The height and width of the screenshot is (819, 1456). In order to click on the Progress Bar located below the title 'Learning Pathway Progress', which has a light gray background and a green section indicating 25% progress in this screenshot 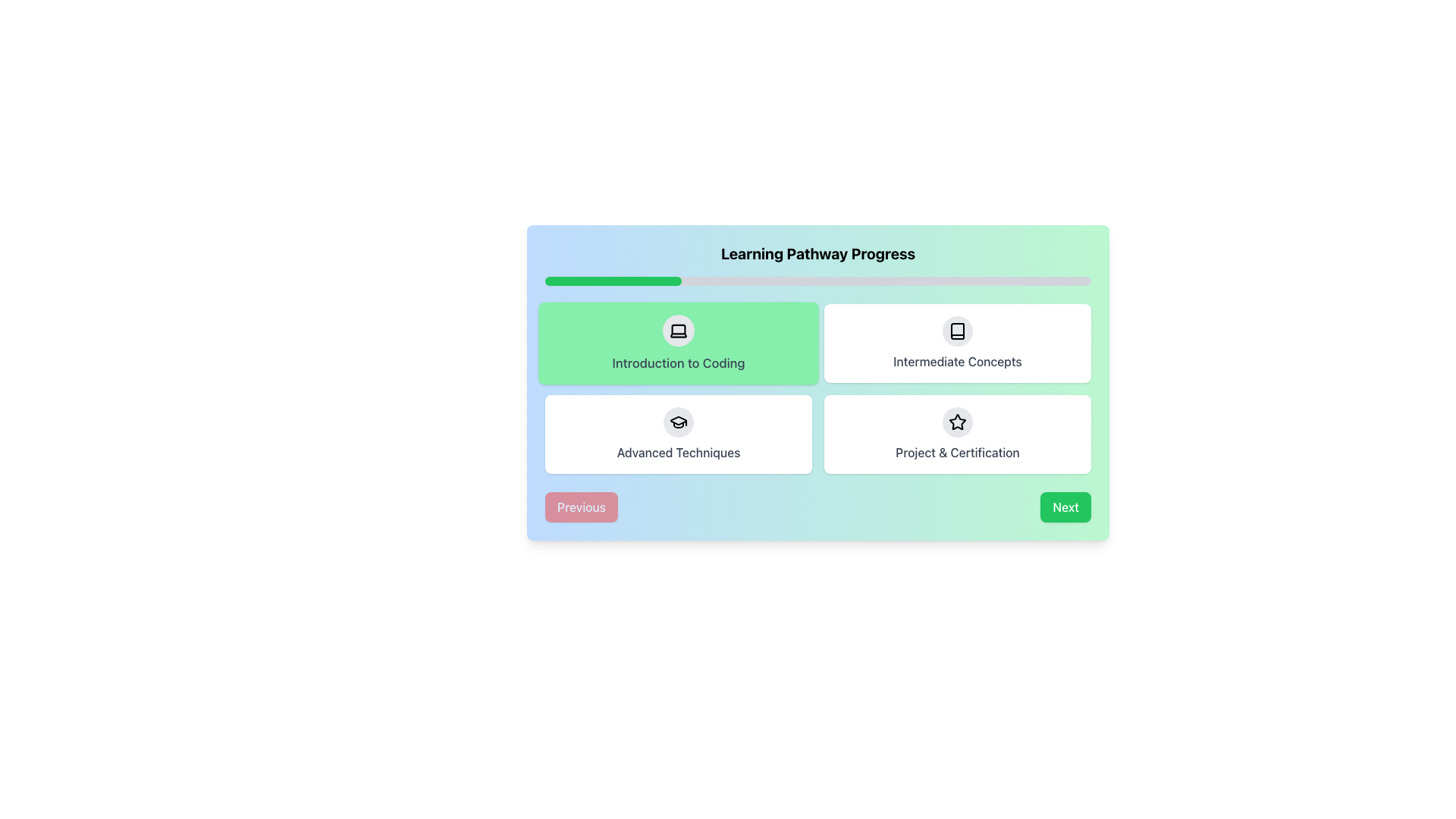, I will do `click(817, 281)`.